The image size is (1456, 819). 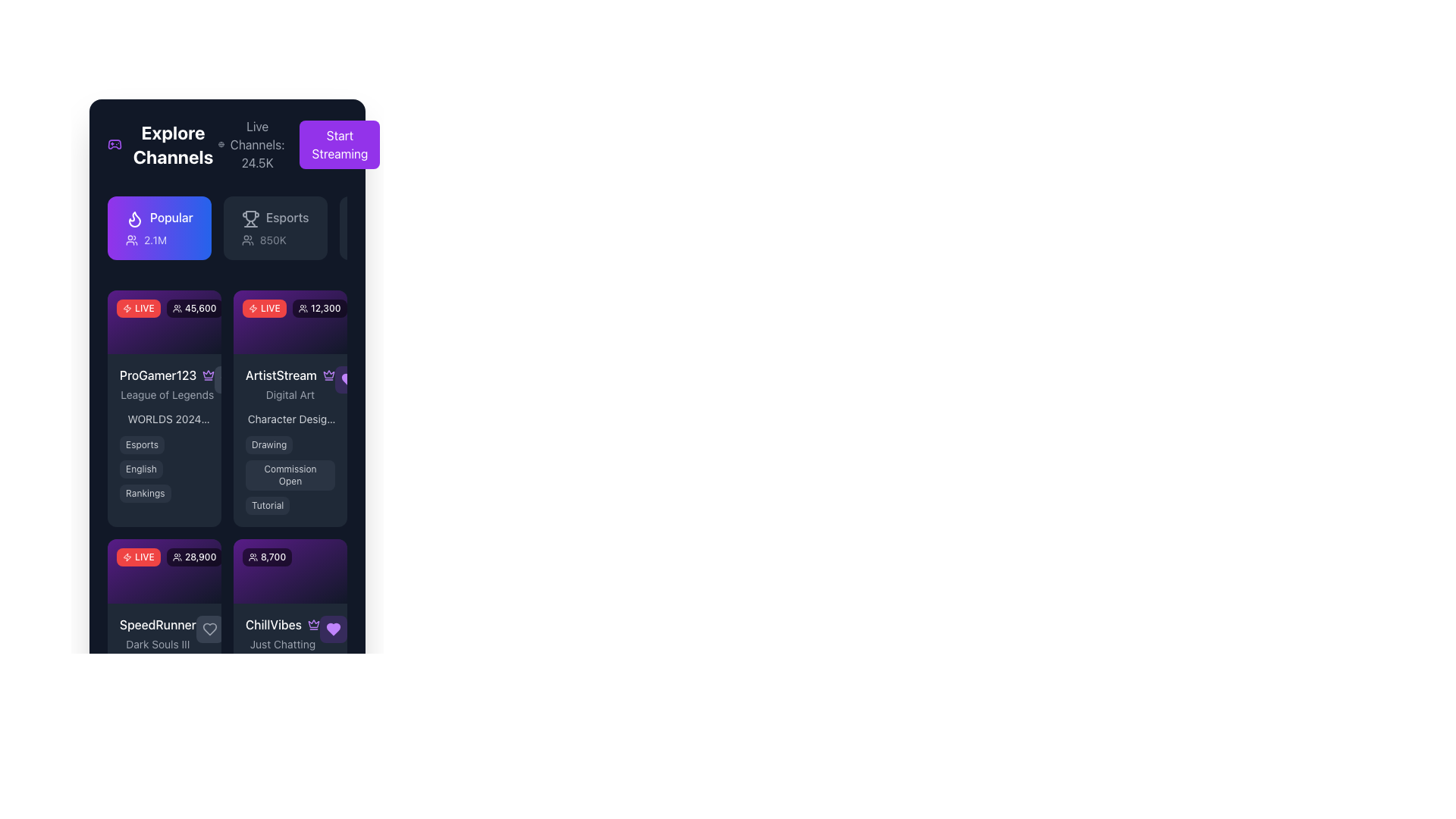 What do you see at coordinates (127, 308) in the screenshot?
I see `the small lightning-like icon located at the top-right of the section under the purple 'Popular' header` at bounding box center [127, 308].